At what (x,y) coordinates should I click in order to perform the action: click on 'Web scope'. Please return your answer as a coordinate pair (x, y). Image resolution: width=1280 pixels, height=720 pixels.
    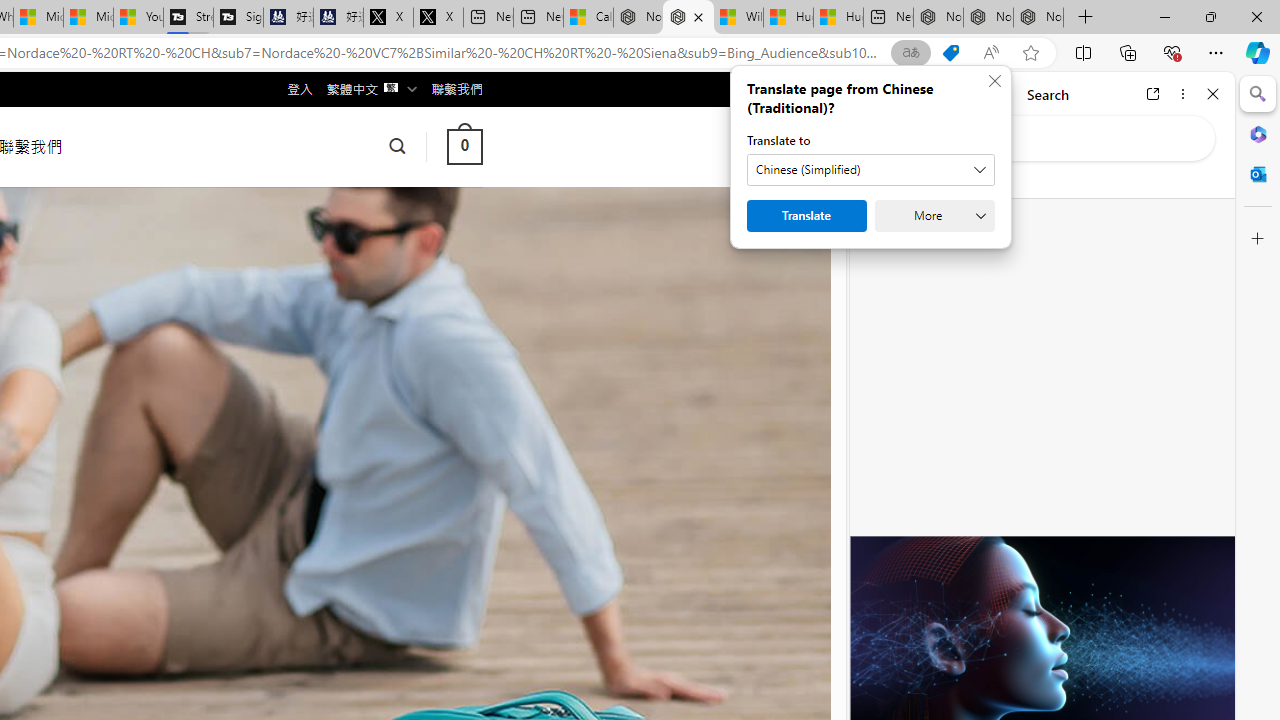
    Looking at the image, I should click on (881, 180).